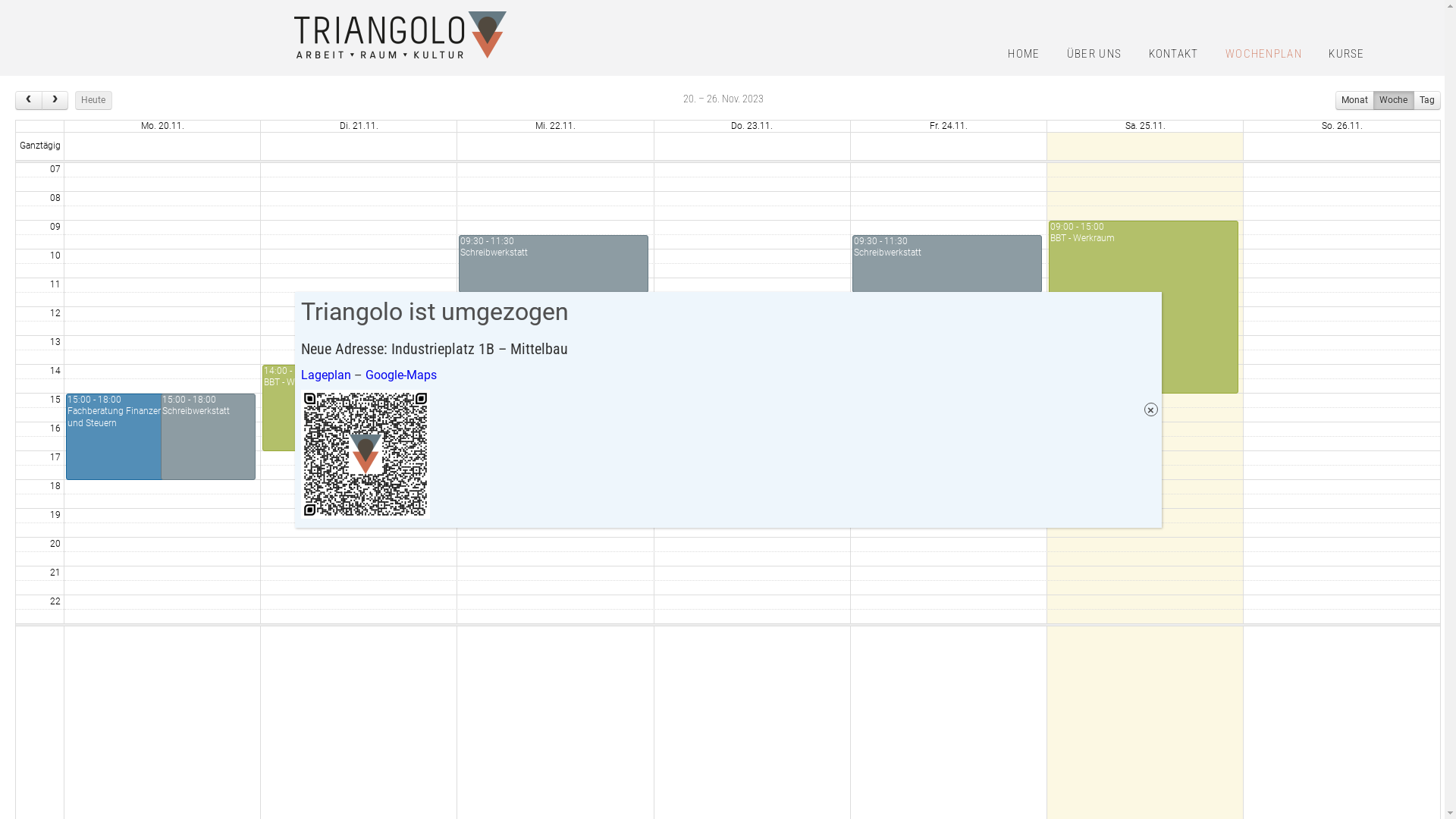 Image resolution: width=1456 pixels, height=819 pixels. What do you see at coordinates (324, 374) in the screenshot?
I see `'Lageplan'` at bounding box center [324, 374].